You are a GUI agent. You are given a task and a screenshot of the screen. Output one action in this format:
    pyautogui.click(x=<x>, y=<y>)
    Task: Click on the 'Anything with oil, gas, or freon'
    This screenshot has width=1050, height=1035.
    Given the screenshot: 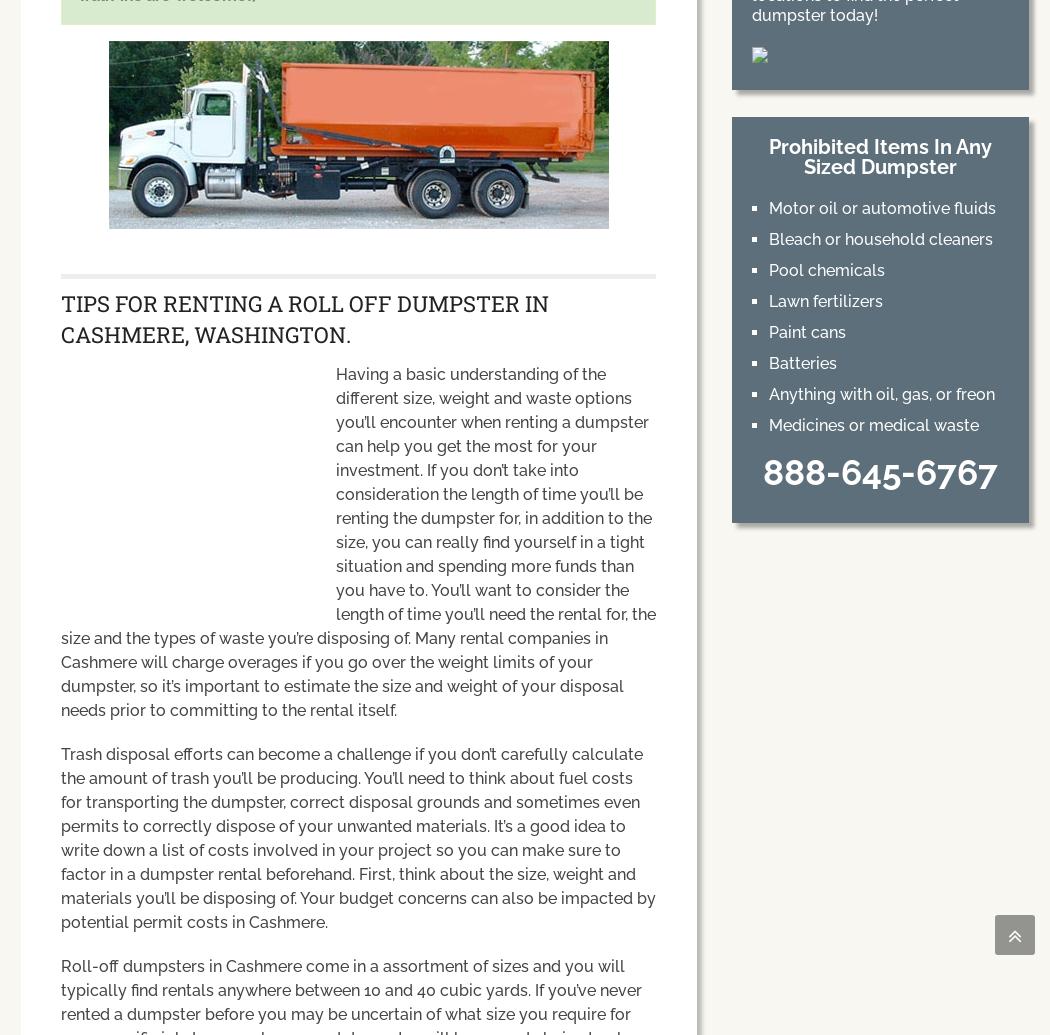 What is the action you would take?
    pyautogui.click(x=879, y=394)
    